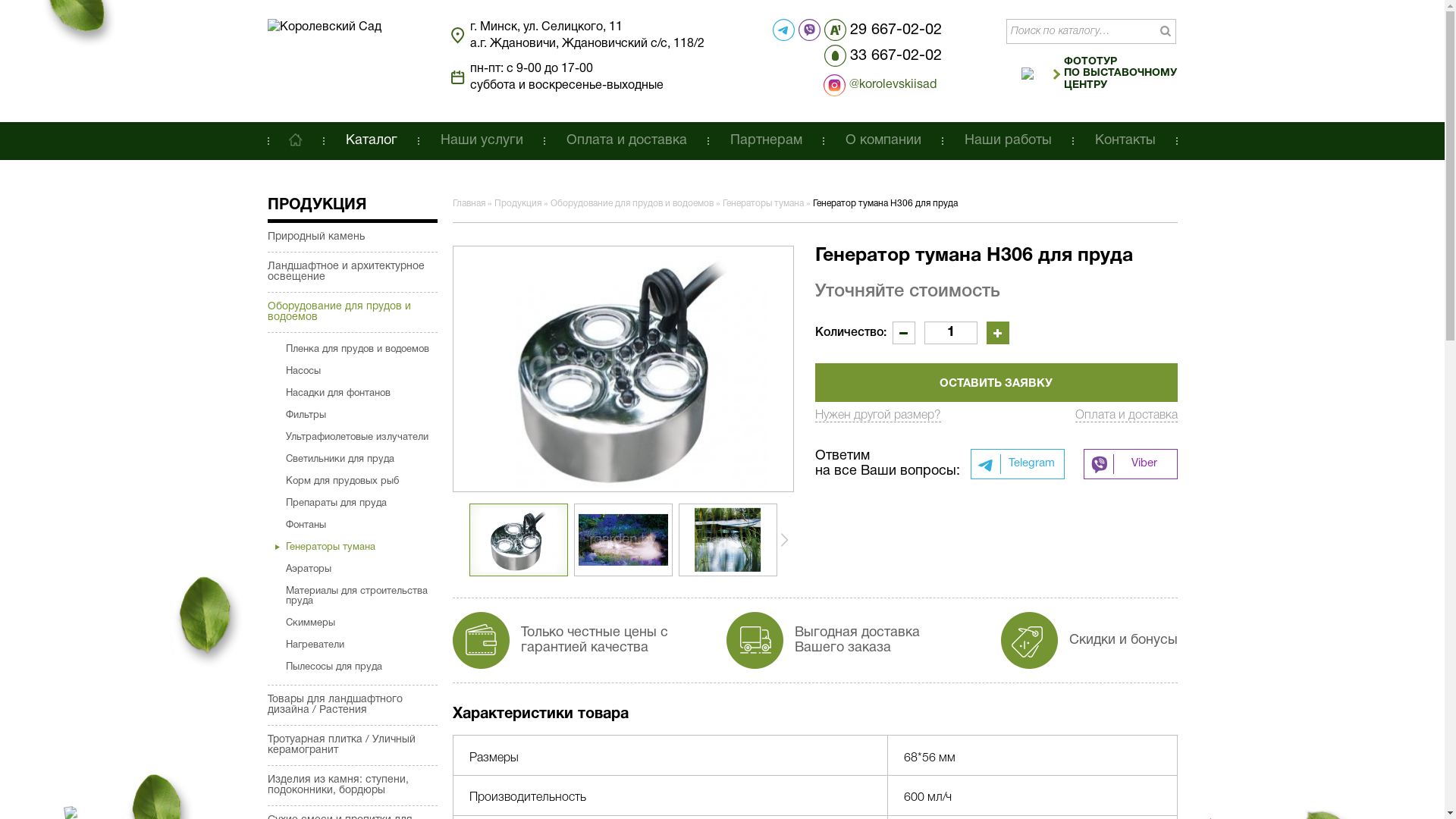  Describe the element at coordinates (1129, 463) in the screenshot. I see `'Viber'` at that location.